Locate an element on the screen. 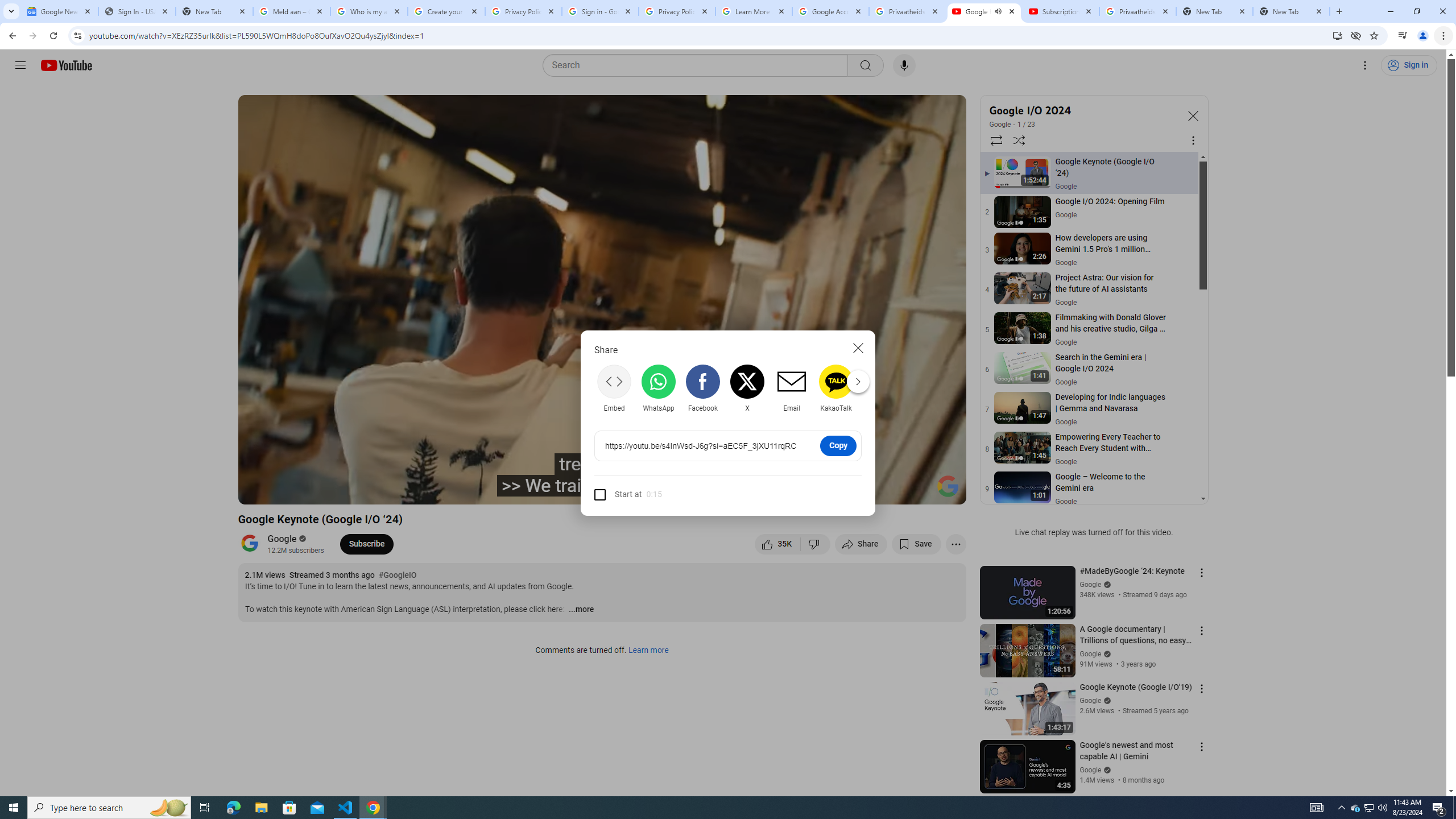 This screenshot has width=1456, height=819. 'Next' is located at coordinates (858, 381).